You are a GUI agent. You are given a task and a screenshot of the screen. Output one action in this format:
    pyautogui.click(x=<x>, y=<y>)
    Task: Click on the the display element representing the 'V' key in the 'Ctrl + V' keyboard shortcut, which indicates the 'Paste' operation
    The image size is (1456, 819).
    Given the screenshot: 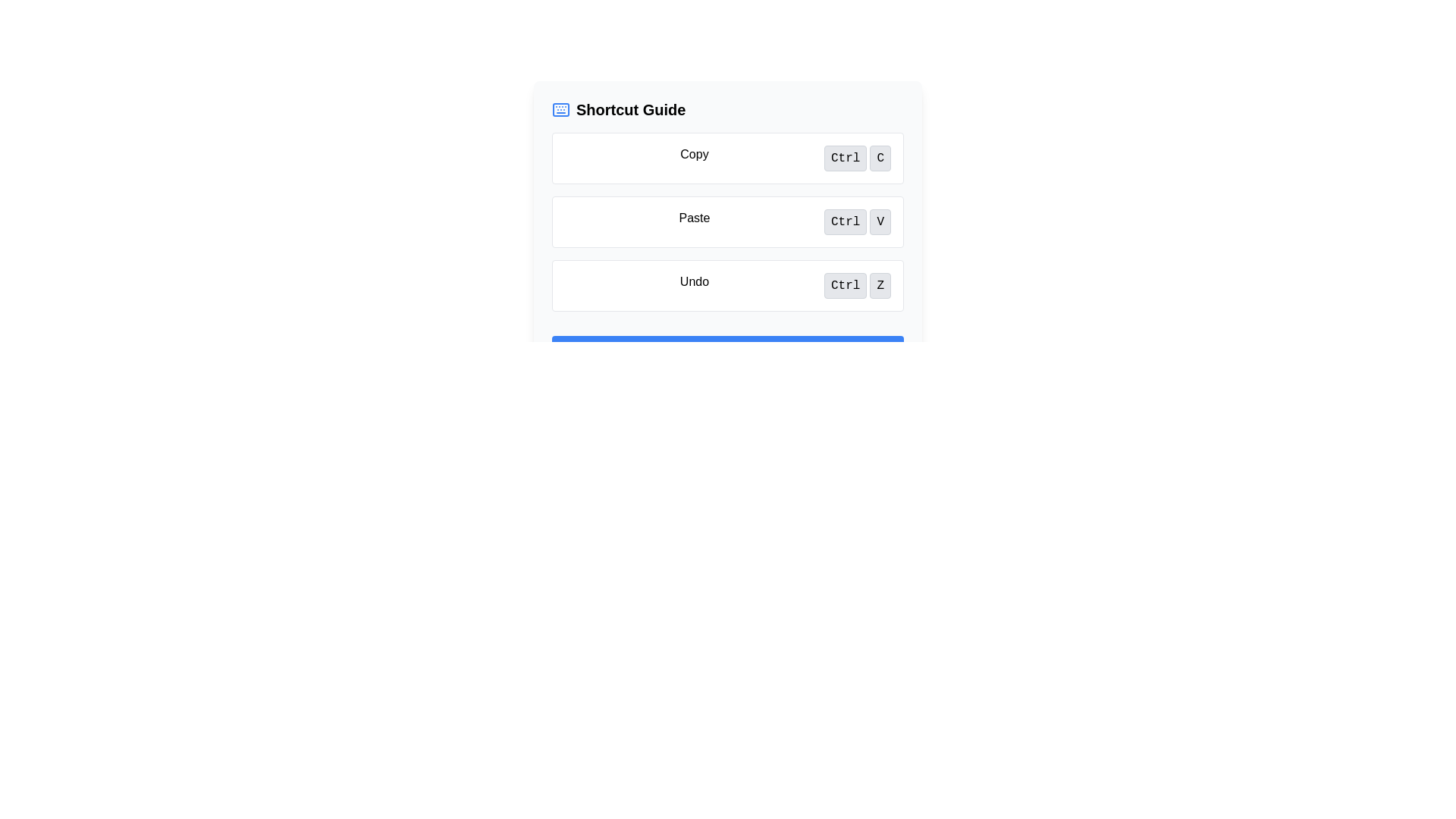 What is the action you would take?
    pyautogui.click(x=880, y=222)
    